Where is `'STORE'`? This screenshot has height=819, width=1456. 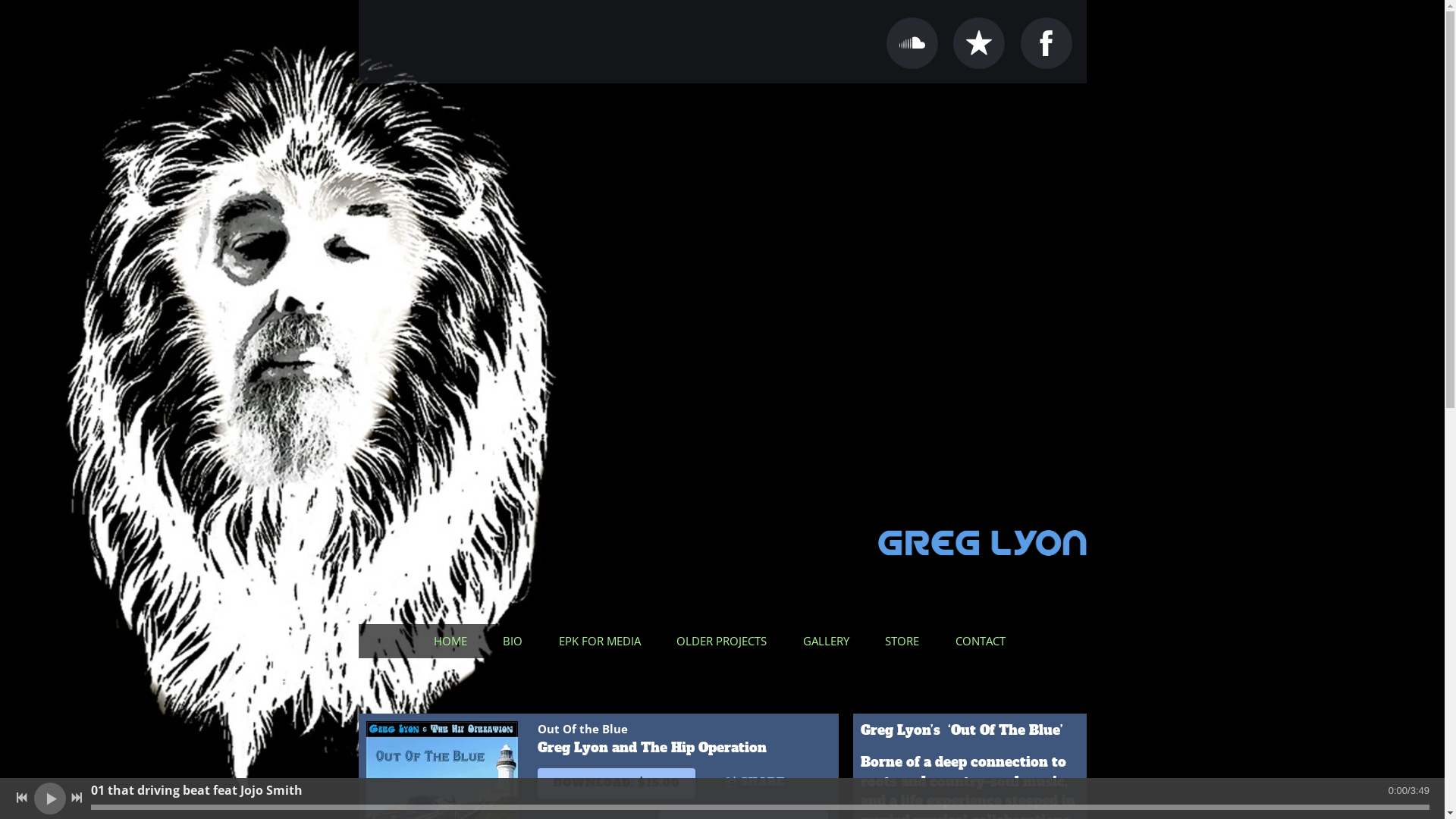 'STORE' is located at coordinates (905, 641).